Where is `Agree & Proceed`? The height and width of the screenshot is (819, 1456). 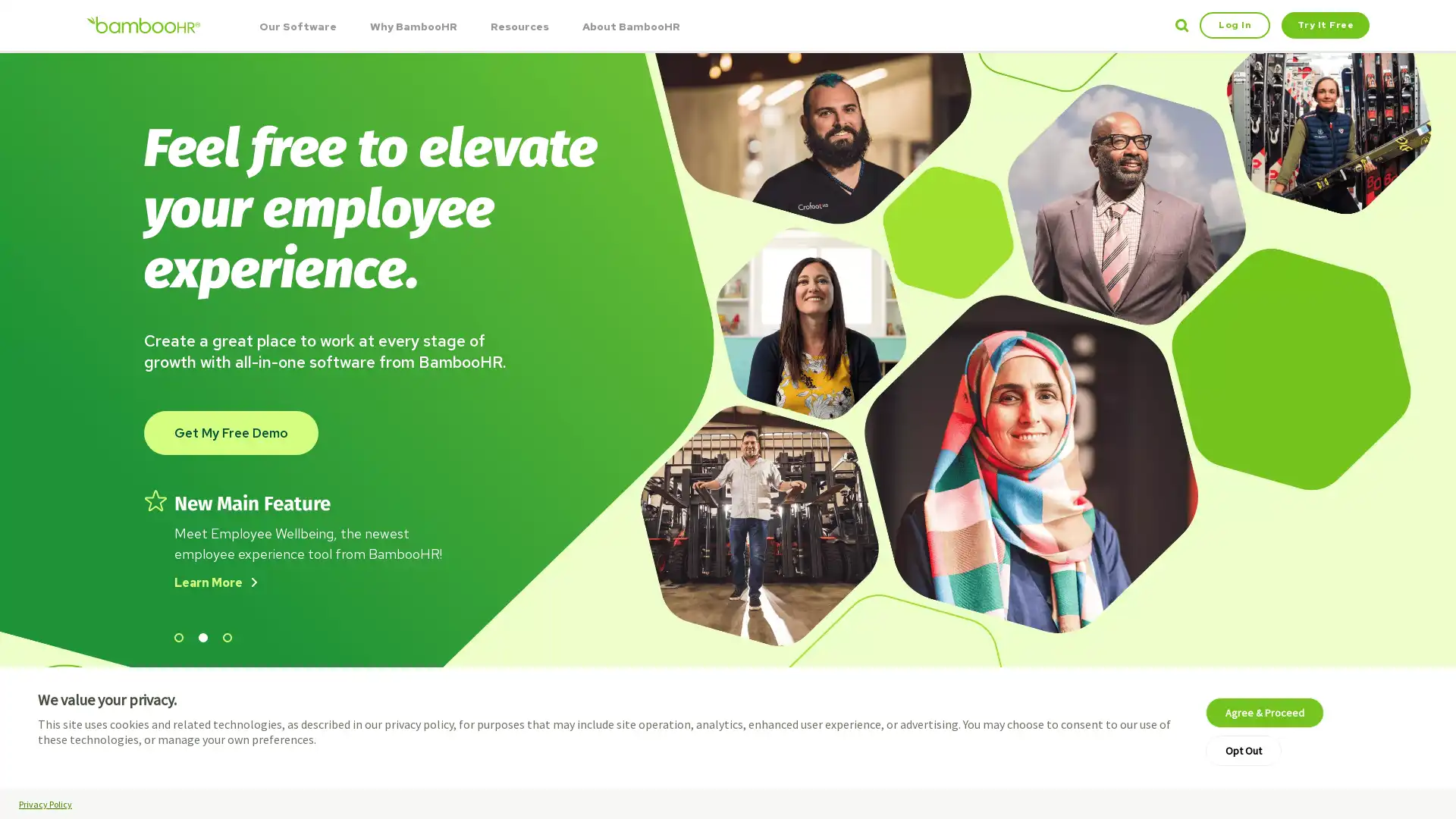 Agree & Proceed is located at coordinates (1265, 713).